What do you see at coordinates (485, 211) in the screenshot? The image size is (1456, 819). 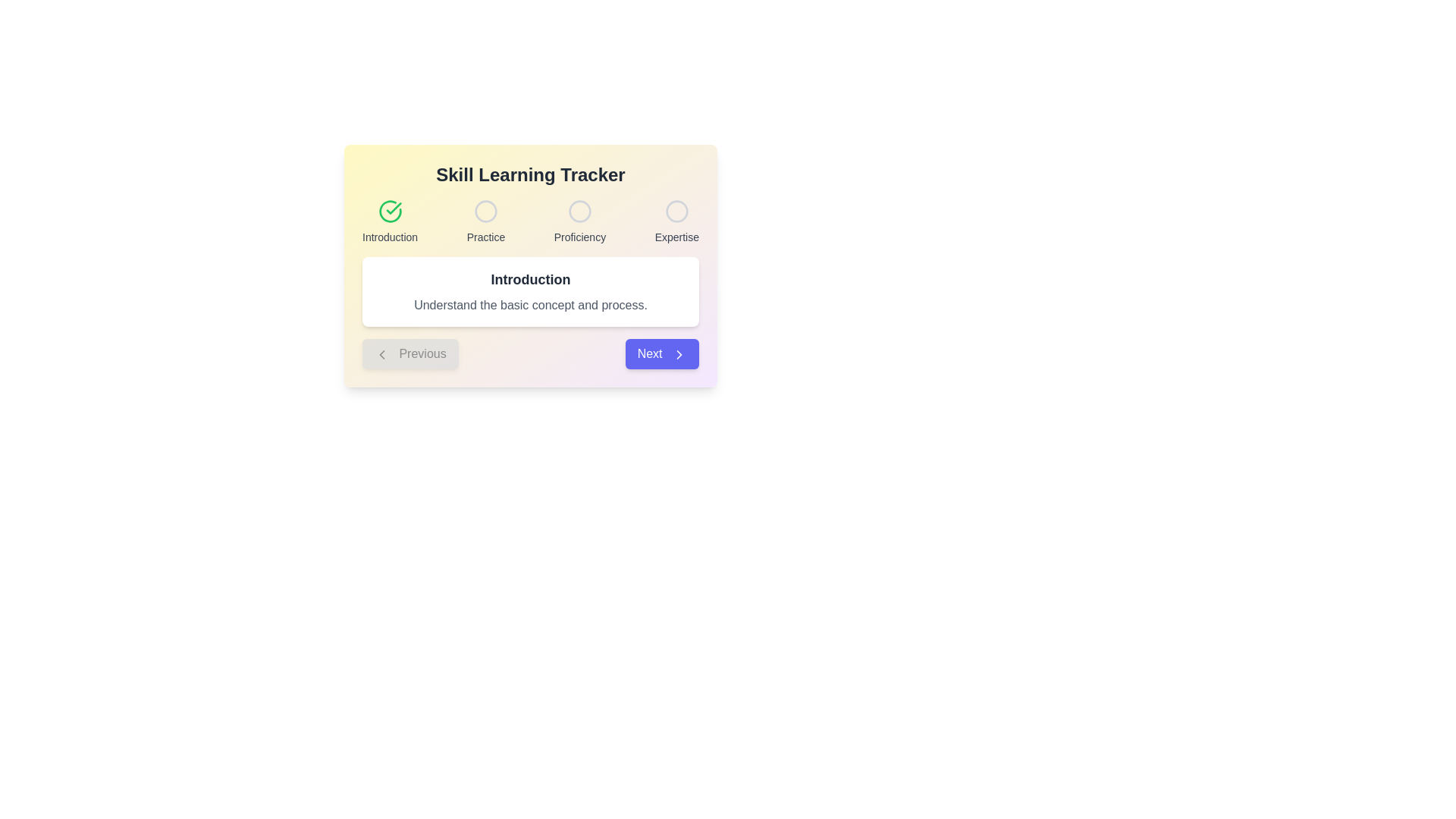 I see `the outlined circle representing the 'Practice' phase in the learning tracker, located centrally above the 'Practice' label` at bounding box center [485, 211].